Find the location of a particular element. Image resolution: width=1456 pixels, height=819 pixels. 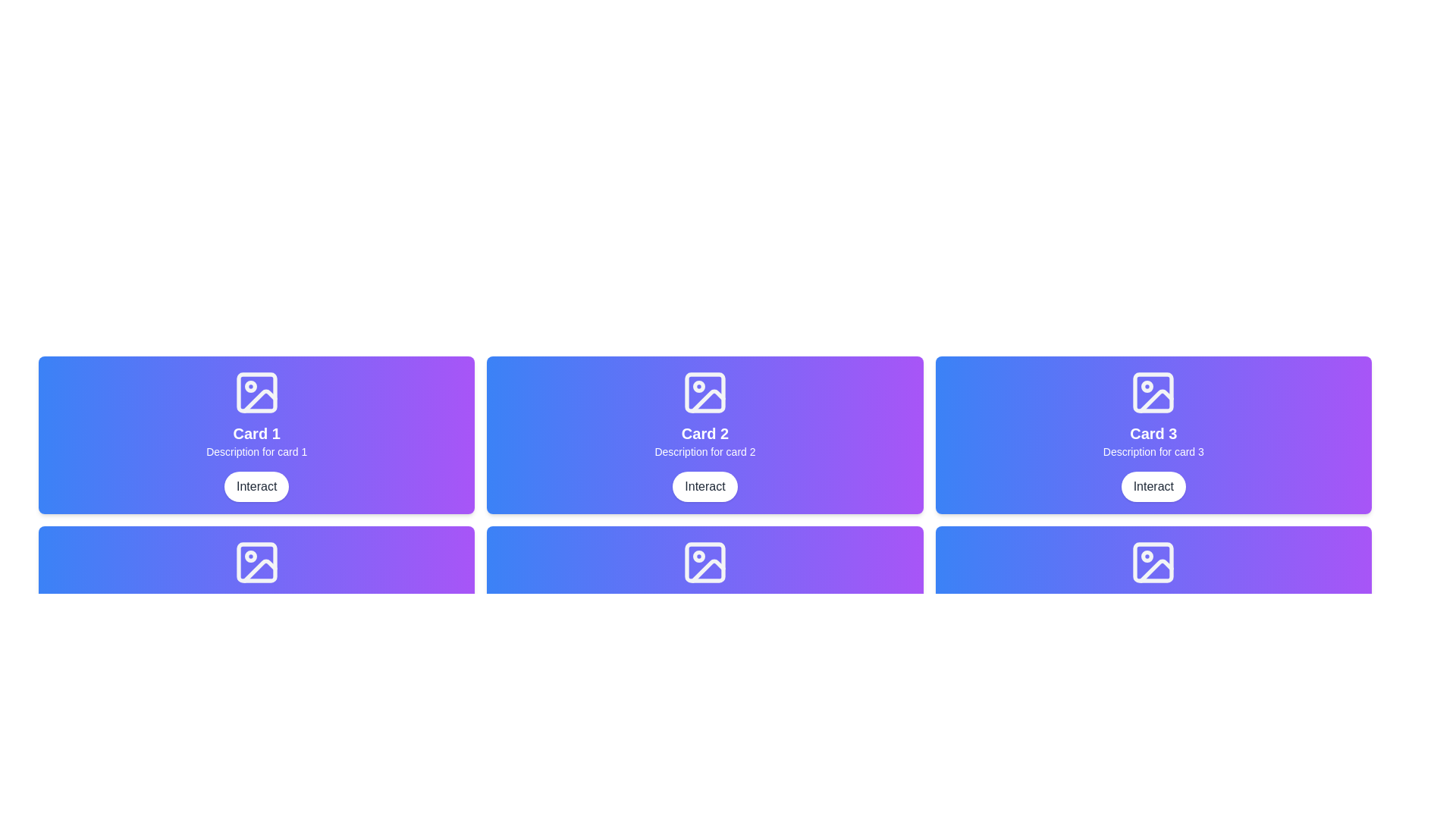

the button located at the bottom center of 'Card 2' is located at coordinates (704, 486).